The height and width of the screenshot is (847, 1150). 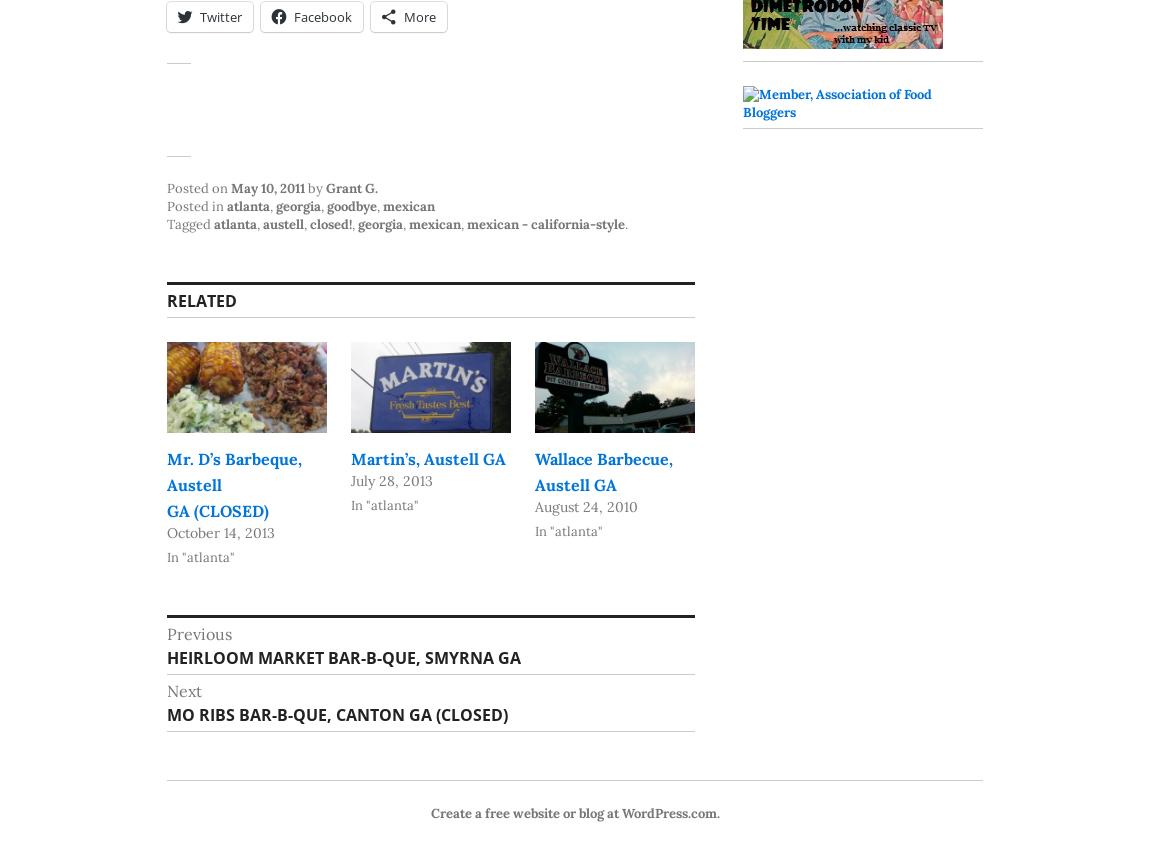 I want to click on 'Tagged', so click(x=189, y=223).